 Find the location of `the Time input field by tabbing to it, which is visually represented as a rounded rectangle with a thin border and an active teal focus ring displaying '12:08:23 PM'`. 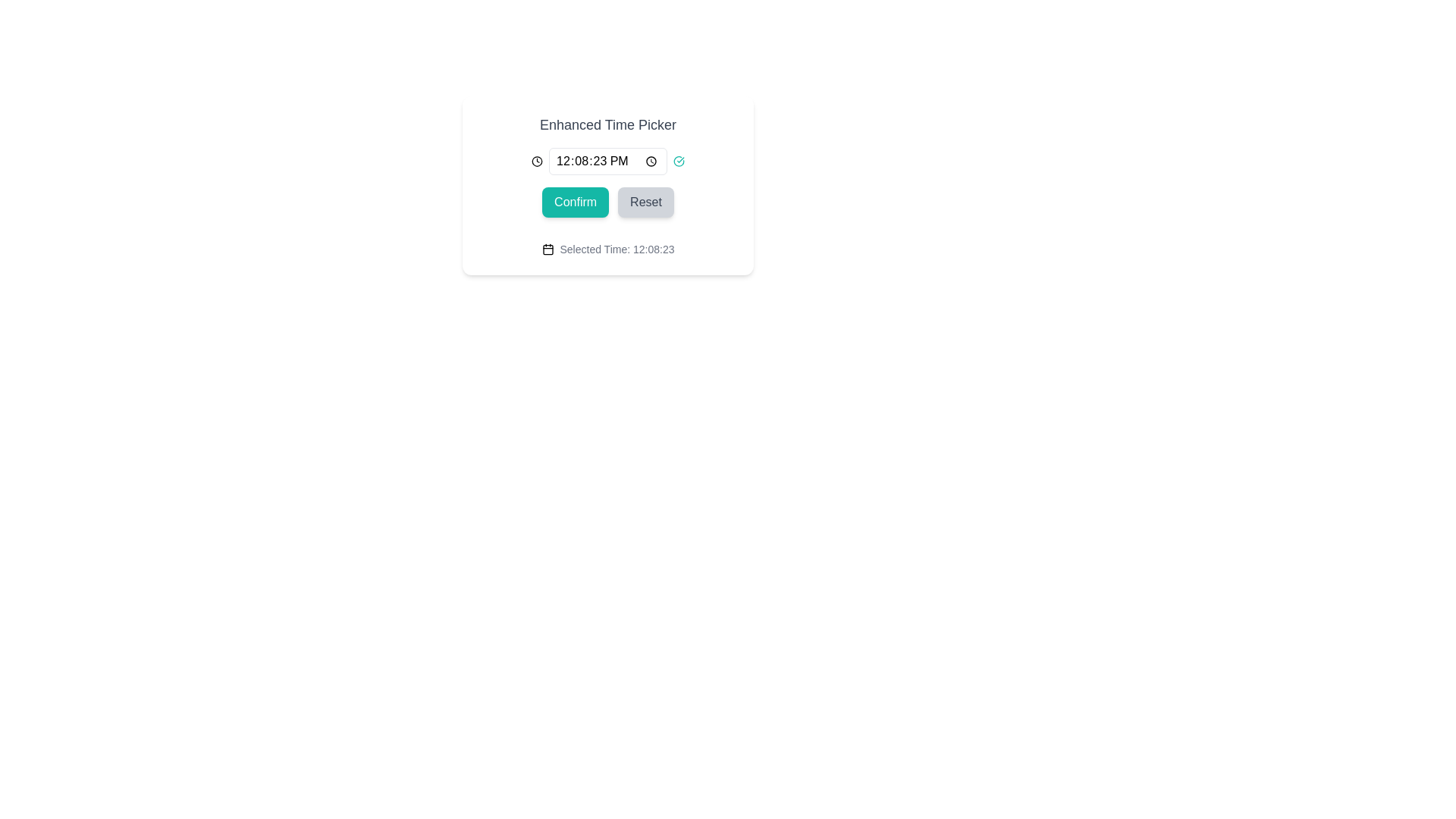

the Time input field by tabbing to it, which is visually represented as a rounded rectangle with a thin border and an active teal focus ring displaying '12:08:23 PM' is located at coordinates (607, 161).